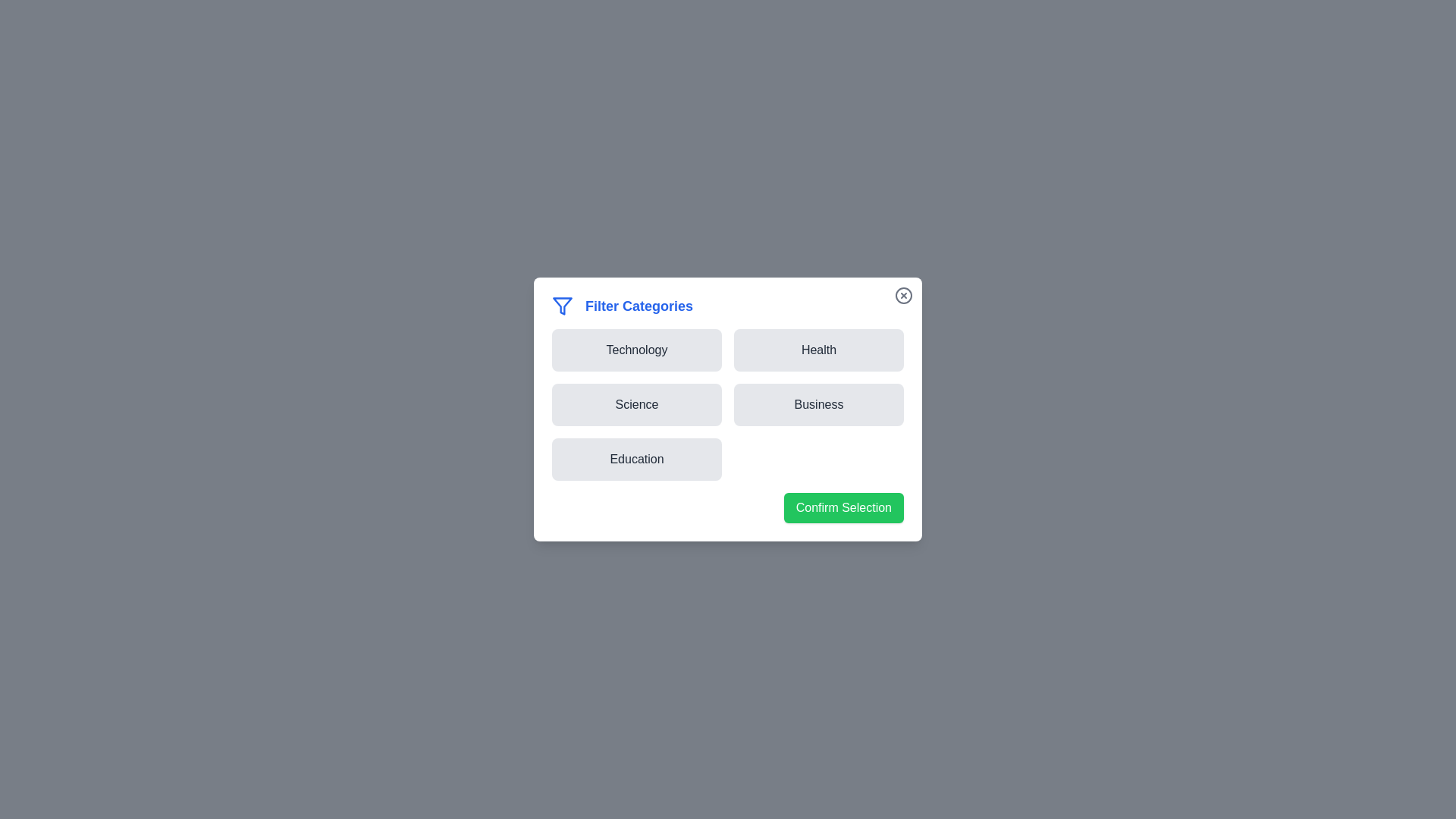 This screenshot has width=1456, height=819. Describe the element at coordinates (818, 403) in the screenshot. I see `the Business button to observe its hover effect` at that location.